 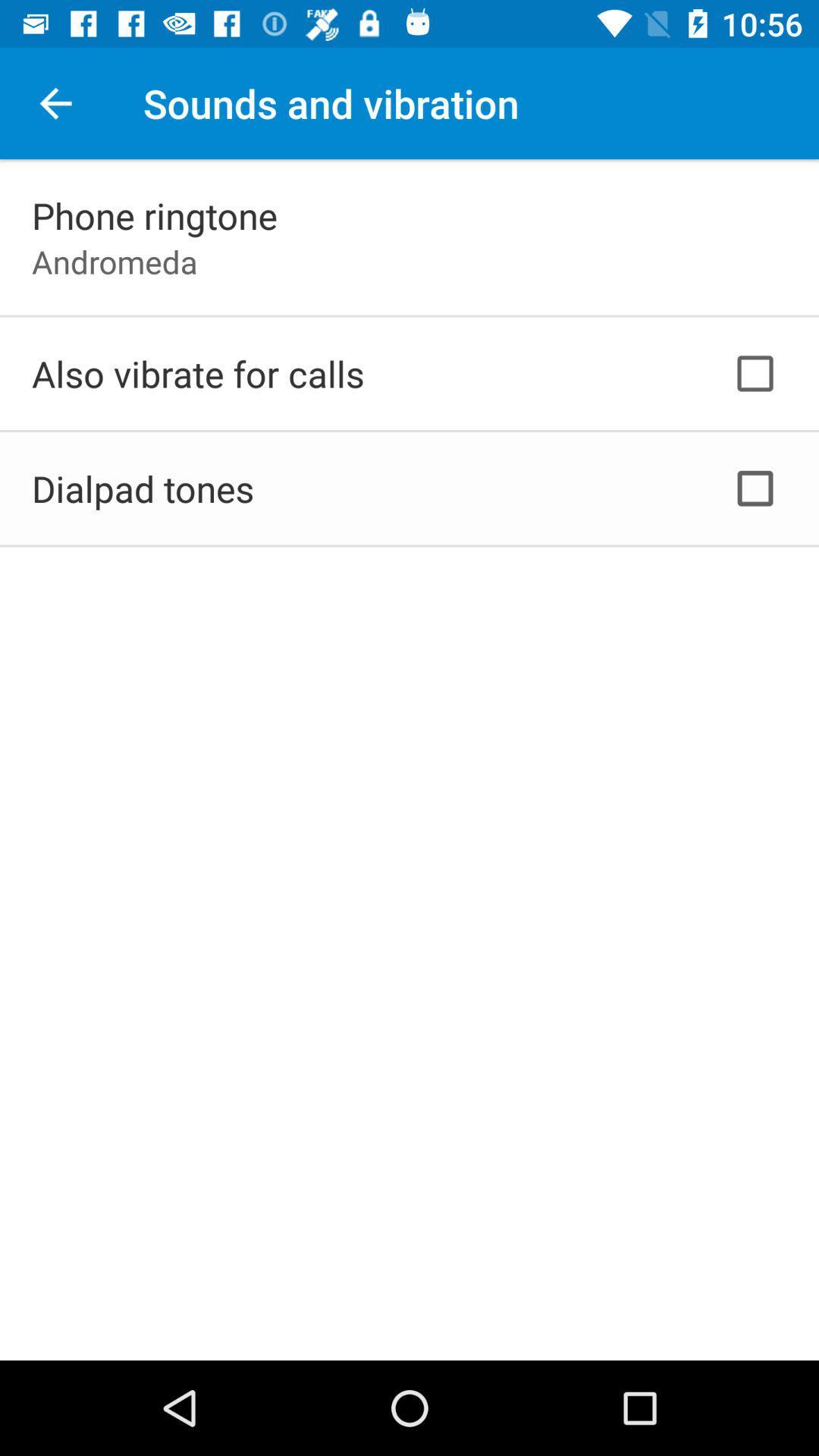 I want to click on icon above also vibrate for icon, so click(x=114, y=262).